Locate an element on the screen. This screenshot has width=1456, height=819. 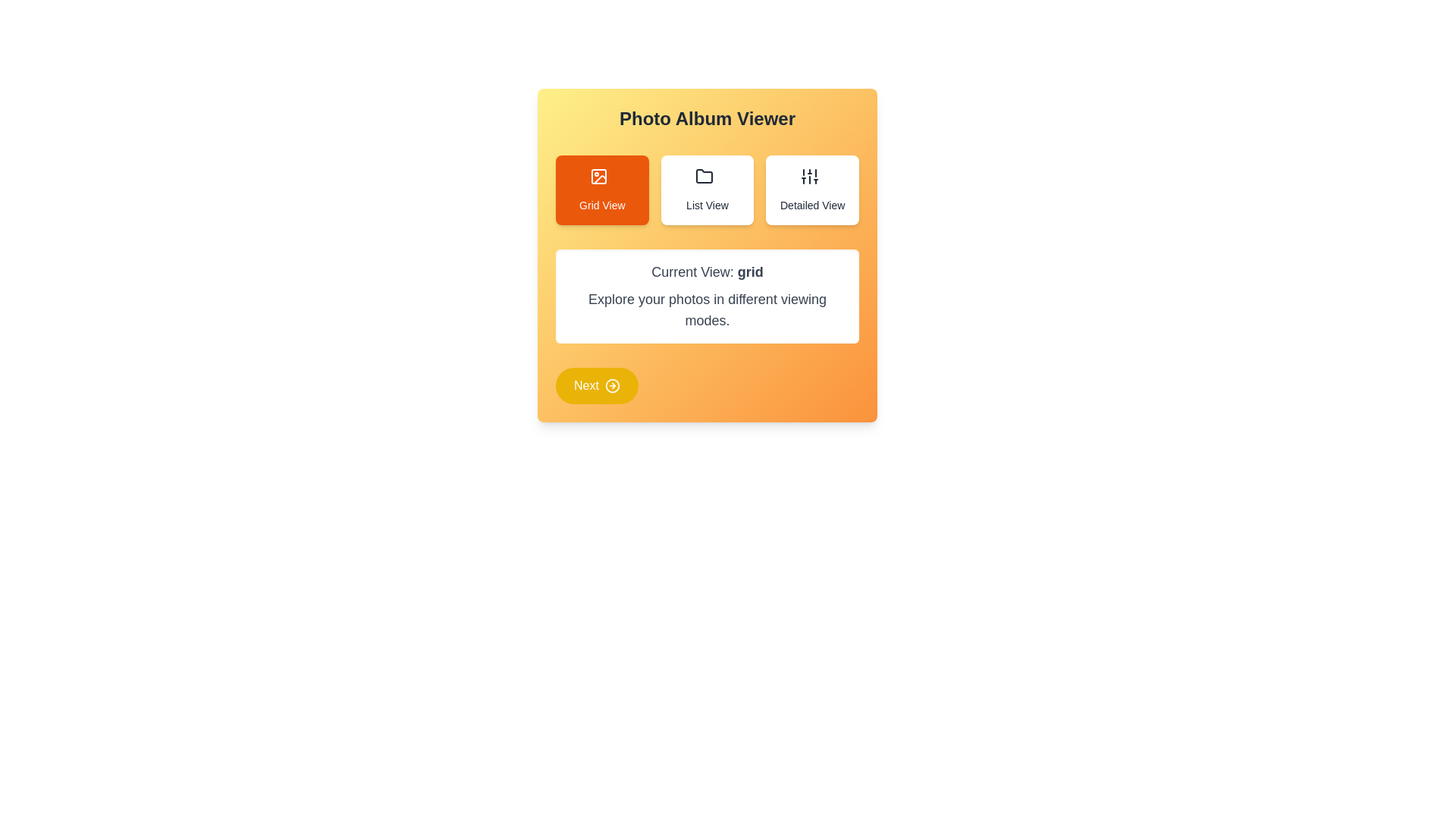
the right-facing arrow icon encased in a circular border, which is located to the right of the word 'Next' within the bottom-left section of the orange rectangular 'Next' button is located at coordinates (612, 385).